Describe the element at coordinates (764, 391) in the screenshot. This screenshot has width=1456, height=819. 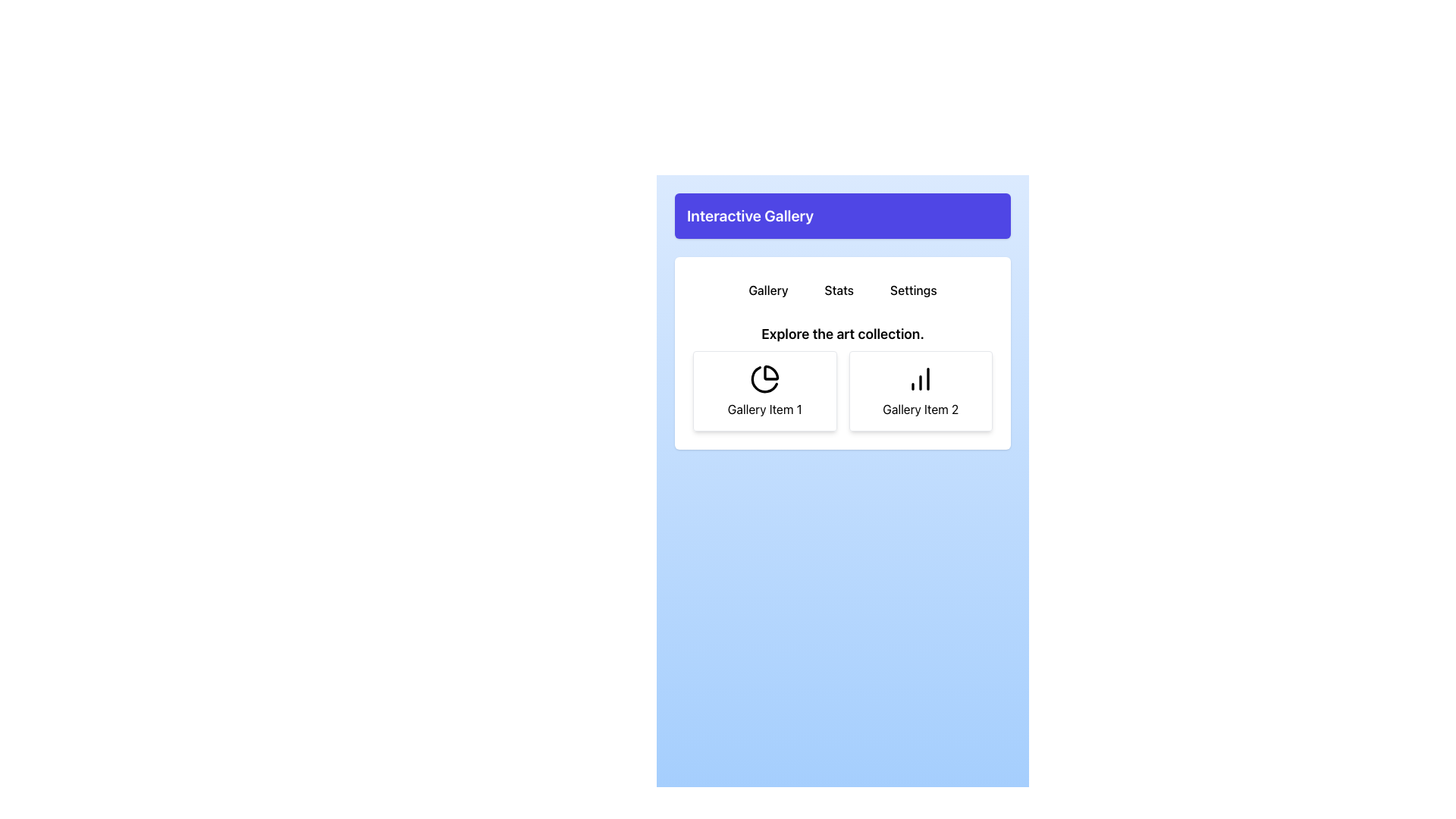
I see `the first card in the gallery labeled 'Gallery Item 1'` at that location.